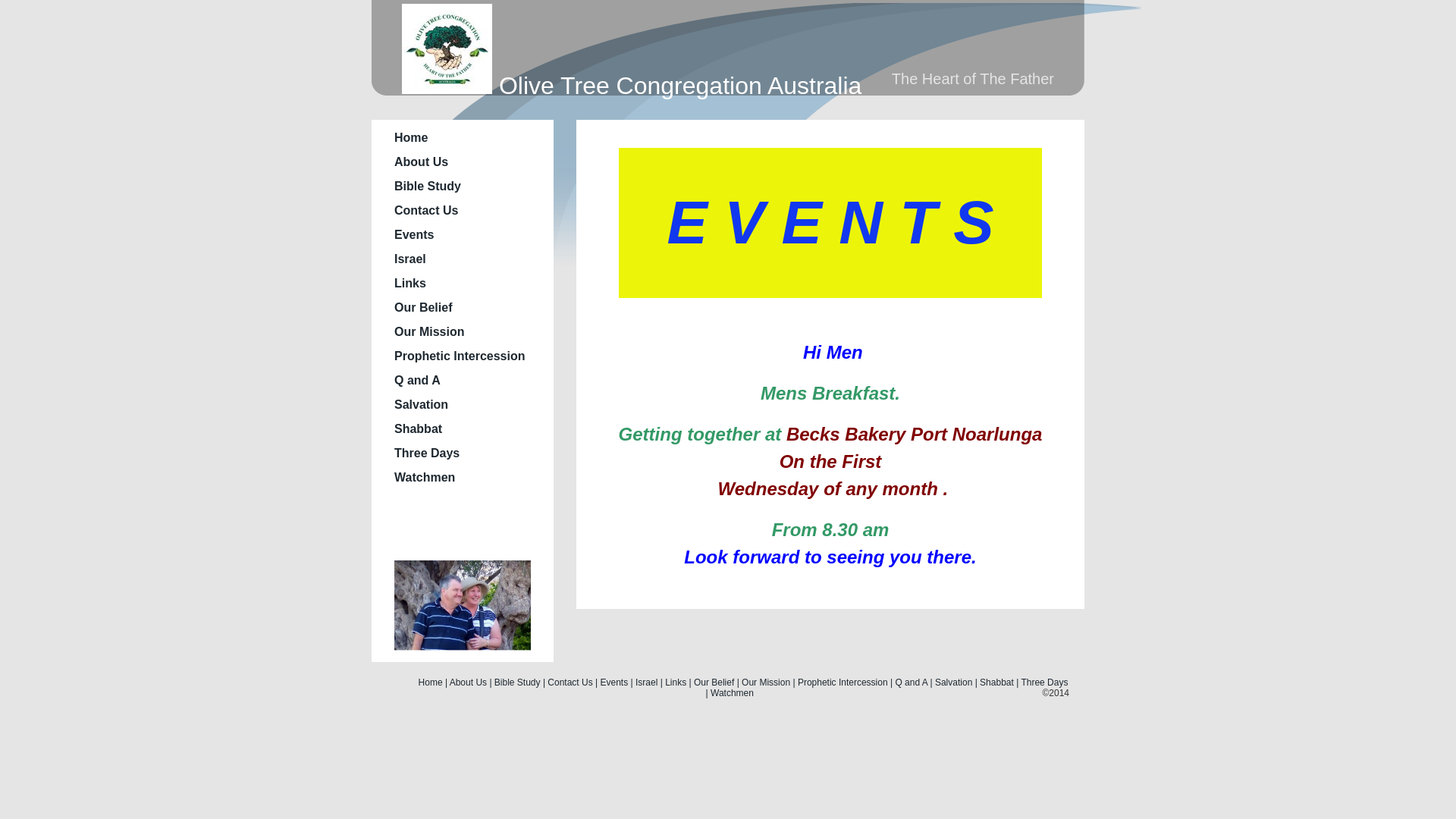 Image resolution: width=1456 pixels, height=819 pixels. What do you see at coordinates (732, 693) in the screenshot?
I see `'Watchmen'` at bounding box center [732, 693].